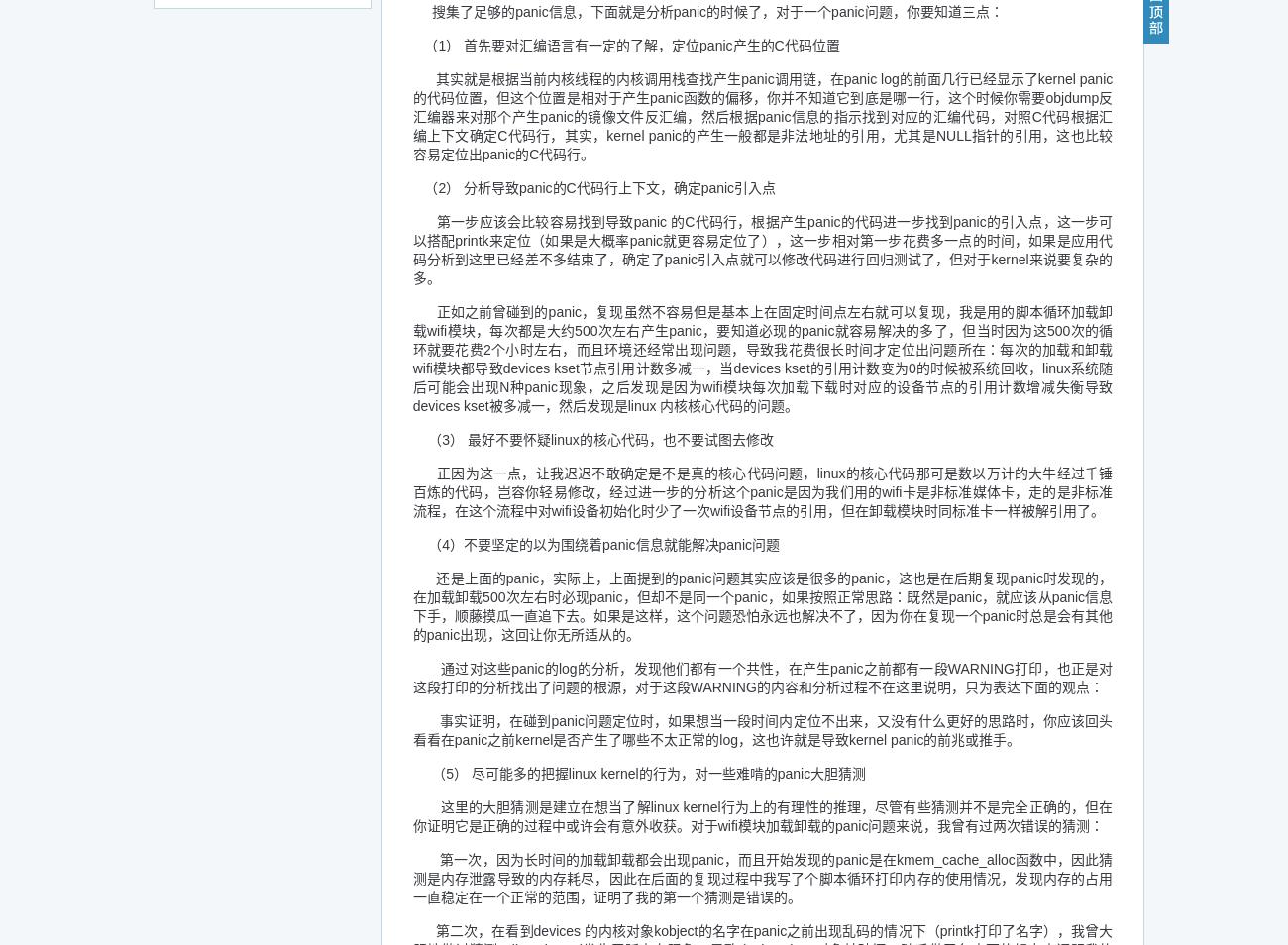 The width and height of the screenshot is (1288, 945). What do you see at coordinates (761, 116) in the screenshot?
I see `'其实就是根据当前内核线程的内核调用栈查找产生panic调用链，在panic log的前面几行已经显示了kernel panic的代码位置，但这个位置是相对于产生panic函数的偏移，你并不知道它到底是哪一行，这个时候你需要objdump反汇编器来对那个产生panic的镜像文件反汇编，然后根据panic信息的指示找到对应的汇编代码，对照C代码根据汇编上下文确定C代码行，其实，kernel panic的产生一般都是非法地址的引用，尤其是NULL指针的引用，这也比较容易定位出panic的C代码行。'` at bounding box center [761, 116].